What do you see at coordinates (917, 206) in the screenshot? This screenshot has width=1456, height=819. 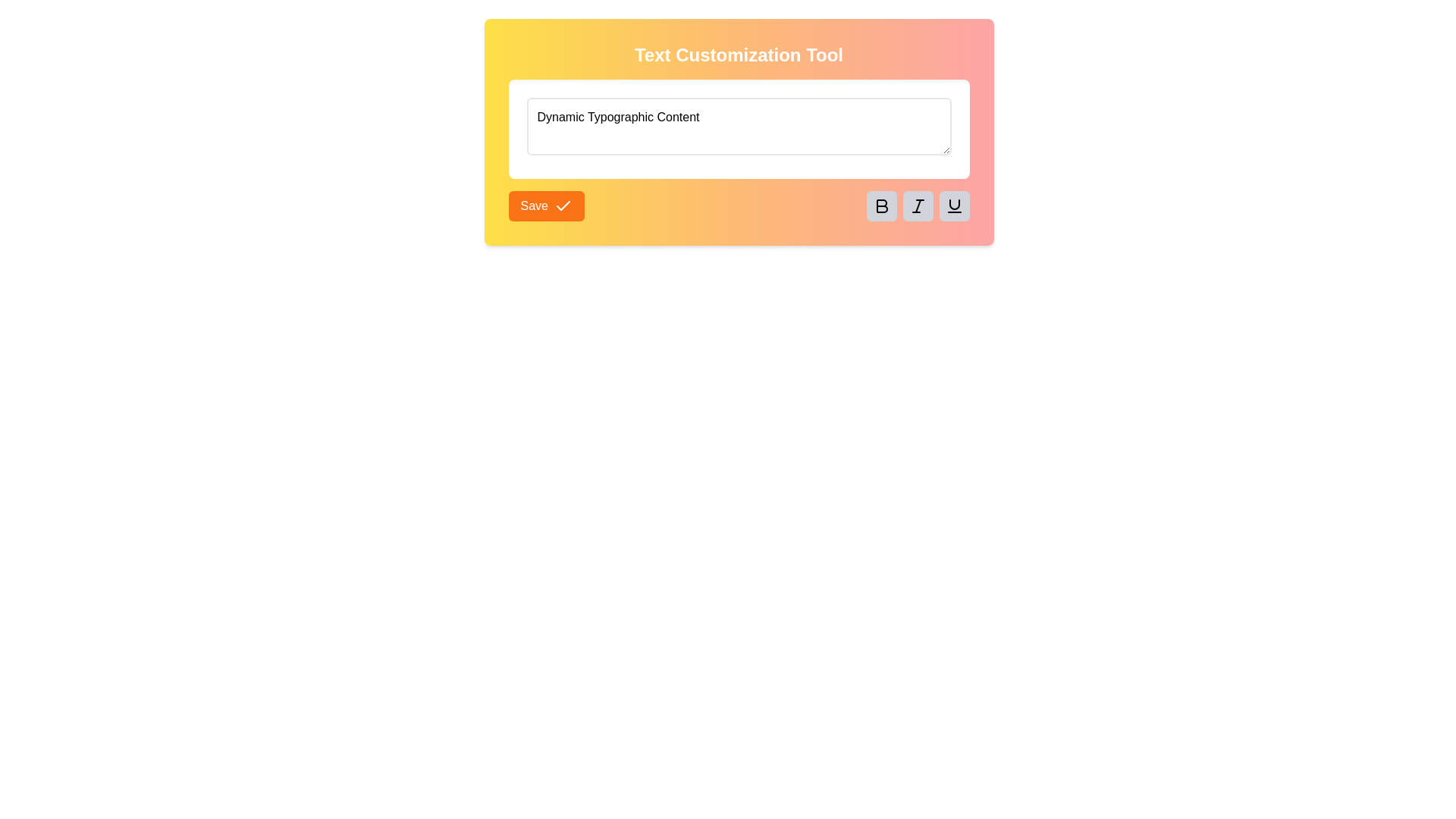 I see `the italic formatting icon located centrally in the formatting options toolbar to apply italic styling to the selected text` at bounding box center [917, 206].